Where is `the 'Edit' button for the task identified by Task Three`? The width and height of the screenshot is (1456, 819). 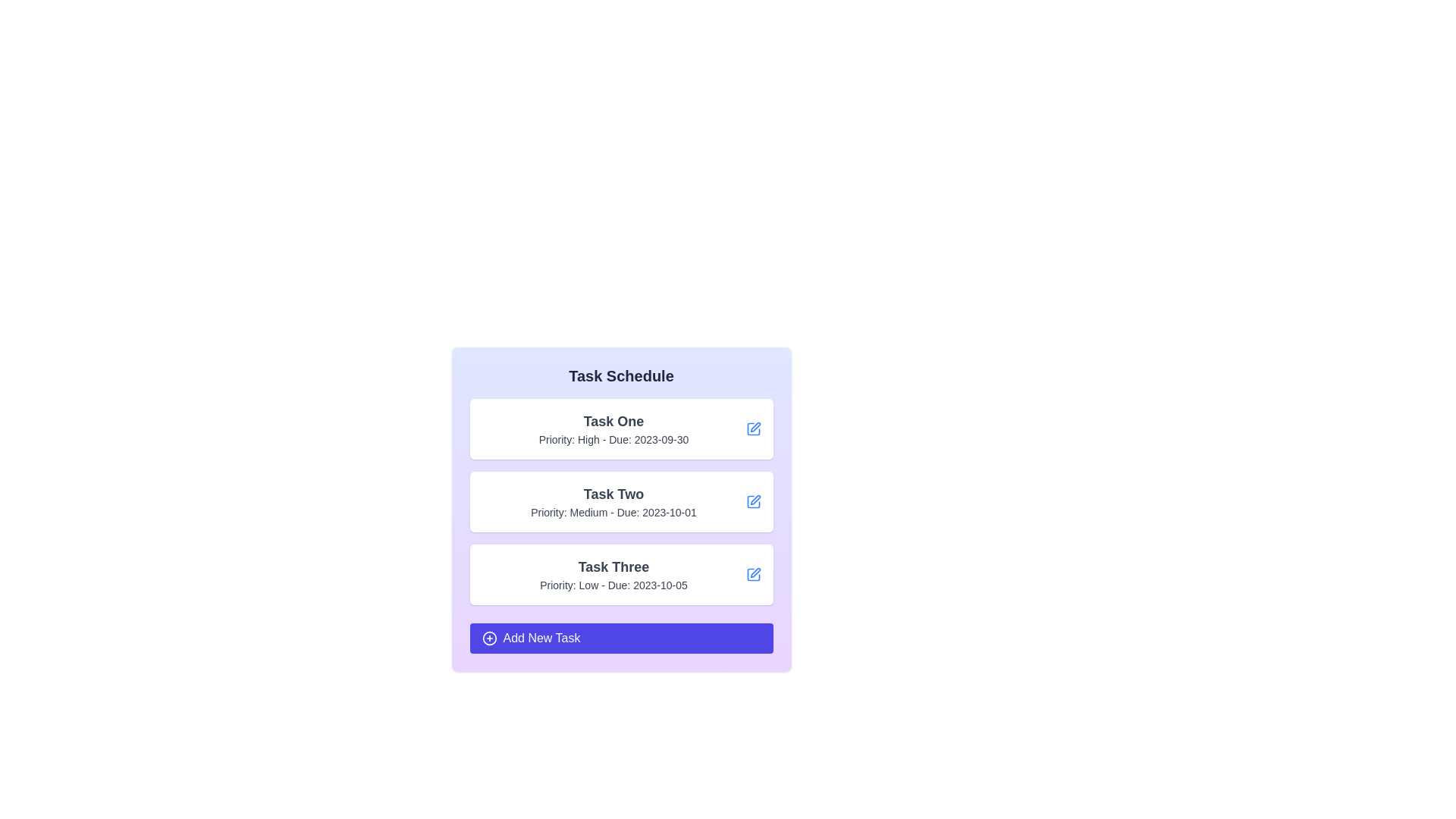 the 'Edit' button for the task identified by Task Three is located at coordinates (753, 575).